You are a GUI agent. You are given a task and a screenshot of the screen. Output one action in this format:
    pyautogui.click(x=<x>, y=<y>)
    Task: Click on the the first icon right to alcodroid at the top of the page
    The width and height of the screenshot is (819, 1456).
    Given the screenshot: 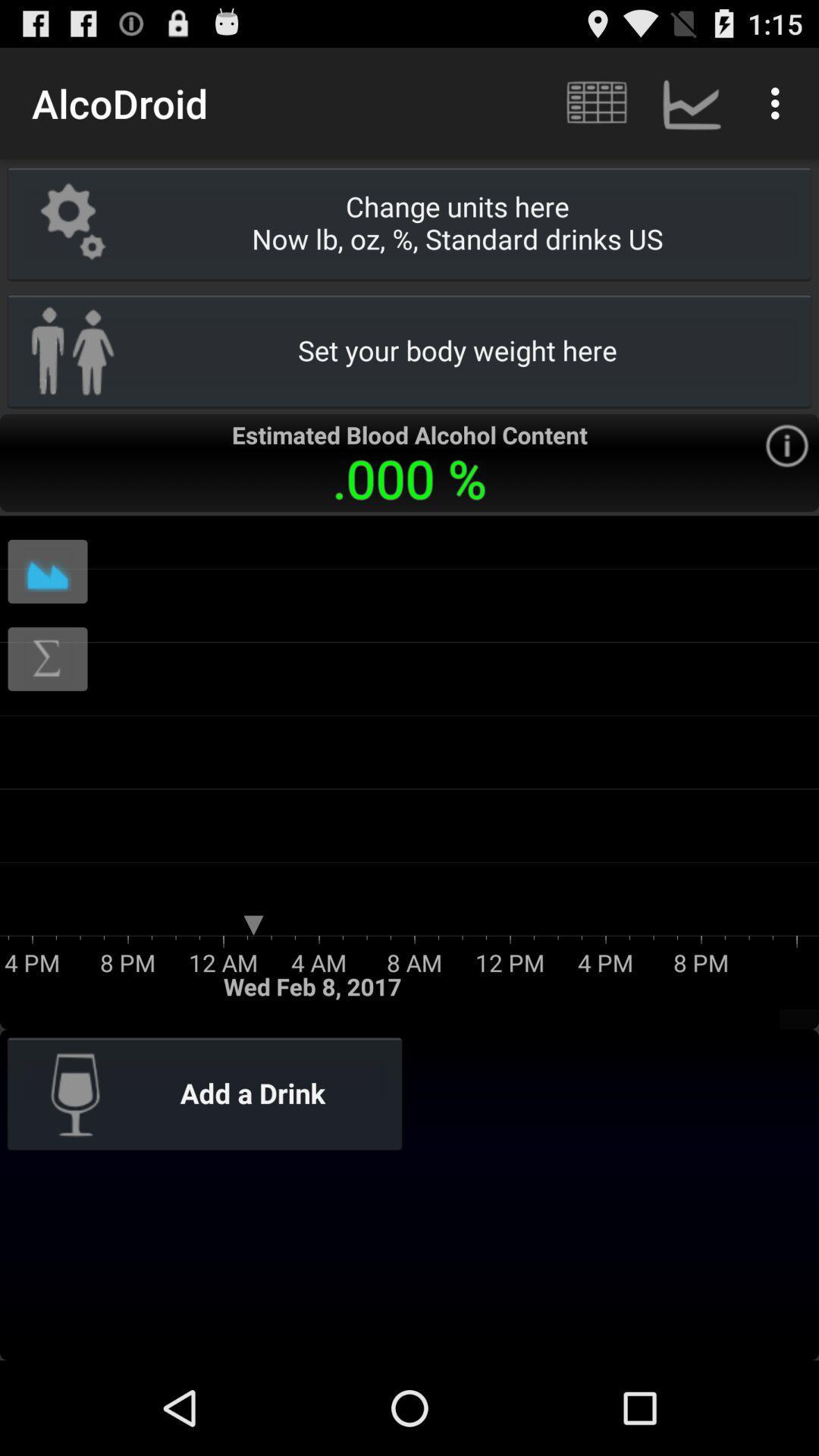 What is the action you would take?
    pyautogui.click(x=595, y=103)
    